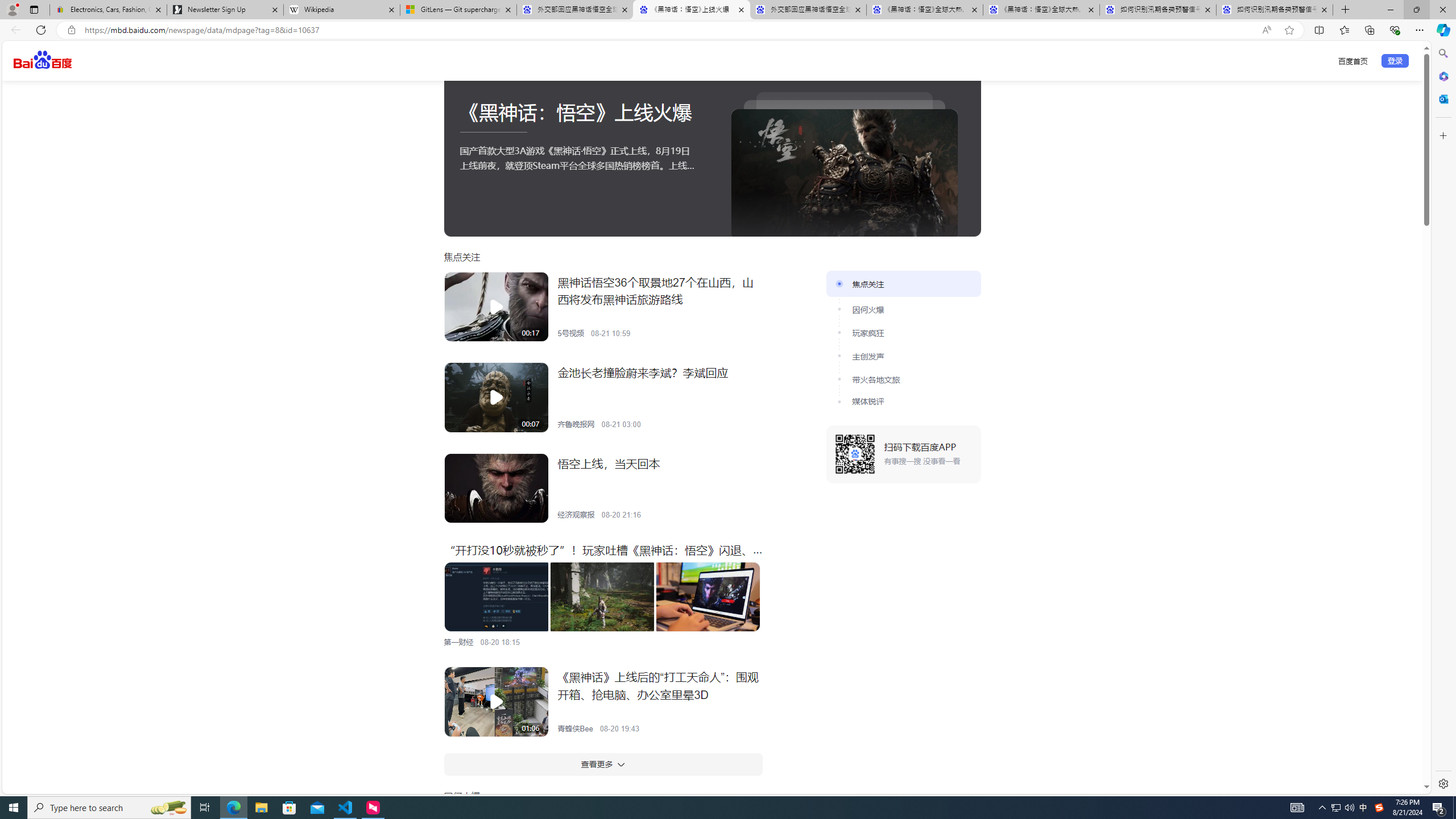  I want to click on 'Newsletter Sign Up', so click(225, 9).